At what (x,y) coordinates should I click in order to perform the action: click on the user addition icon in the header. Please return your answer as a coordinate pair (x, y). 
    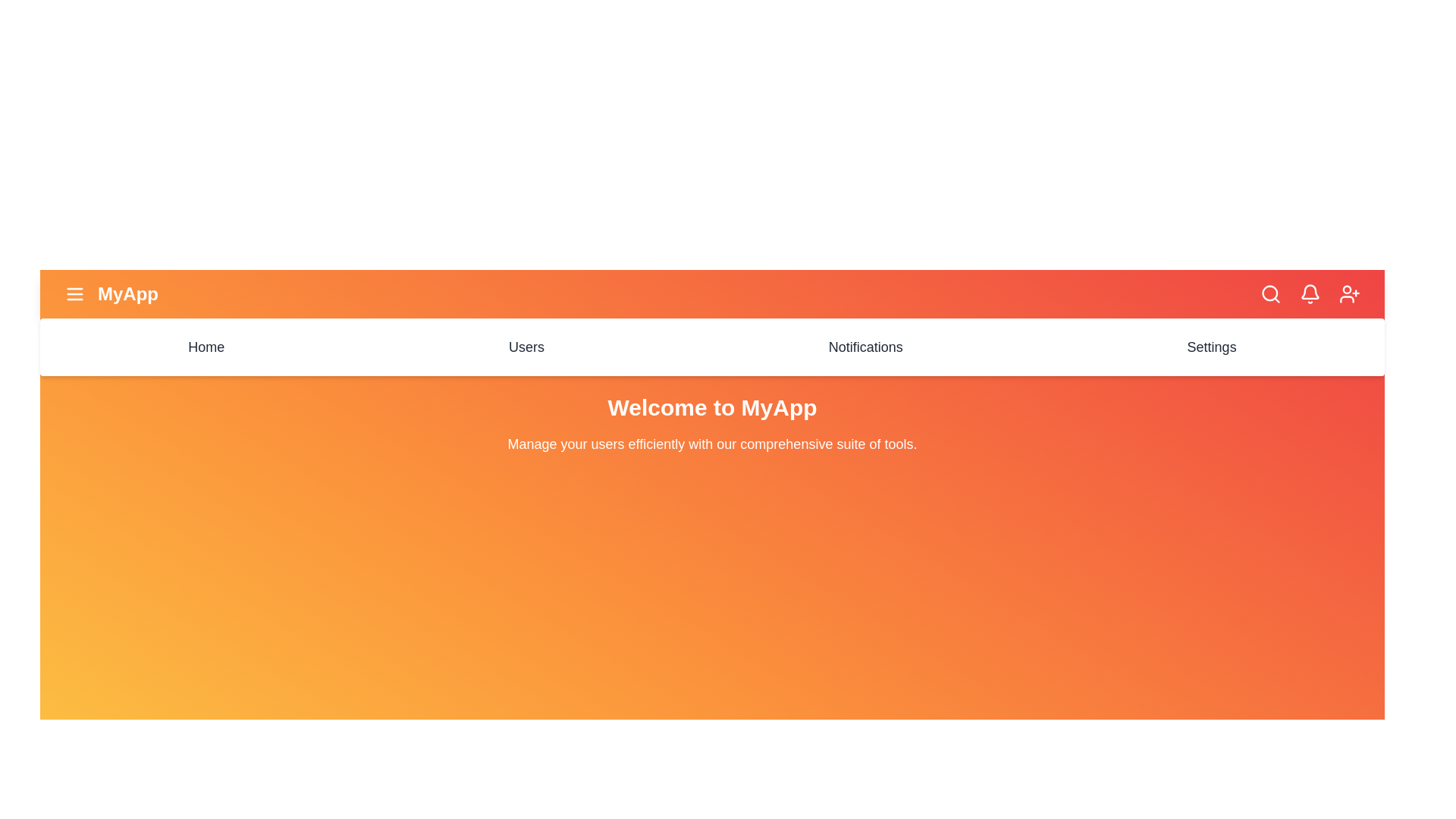
    Looking at the image, I should click on (1350, 294).